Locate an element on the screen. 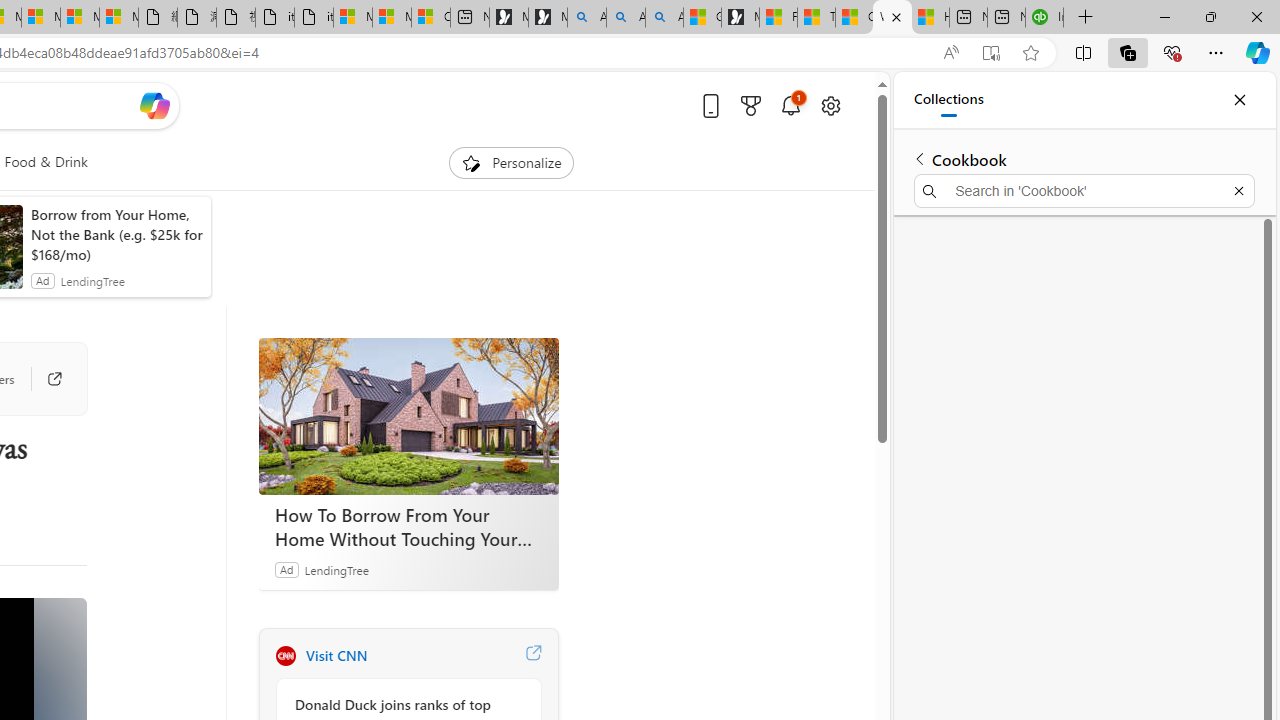 Image resolution: width=1280 pixels, height=720 pixels. 'Alabama high school quarterback dies - Search Videos' is located at coordinates (664, 17).